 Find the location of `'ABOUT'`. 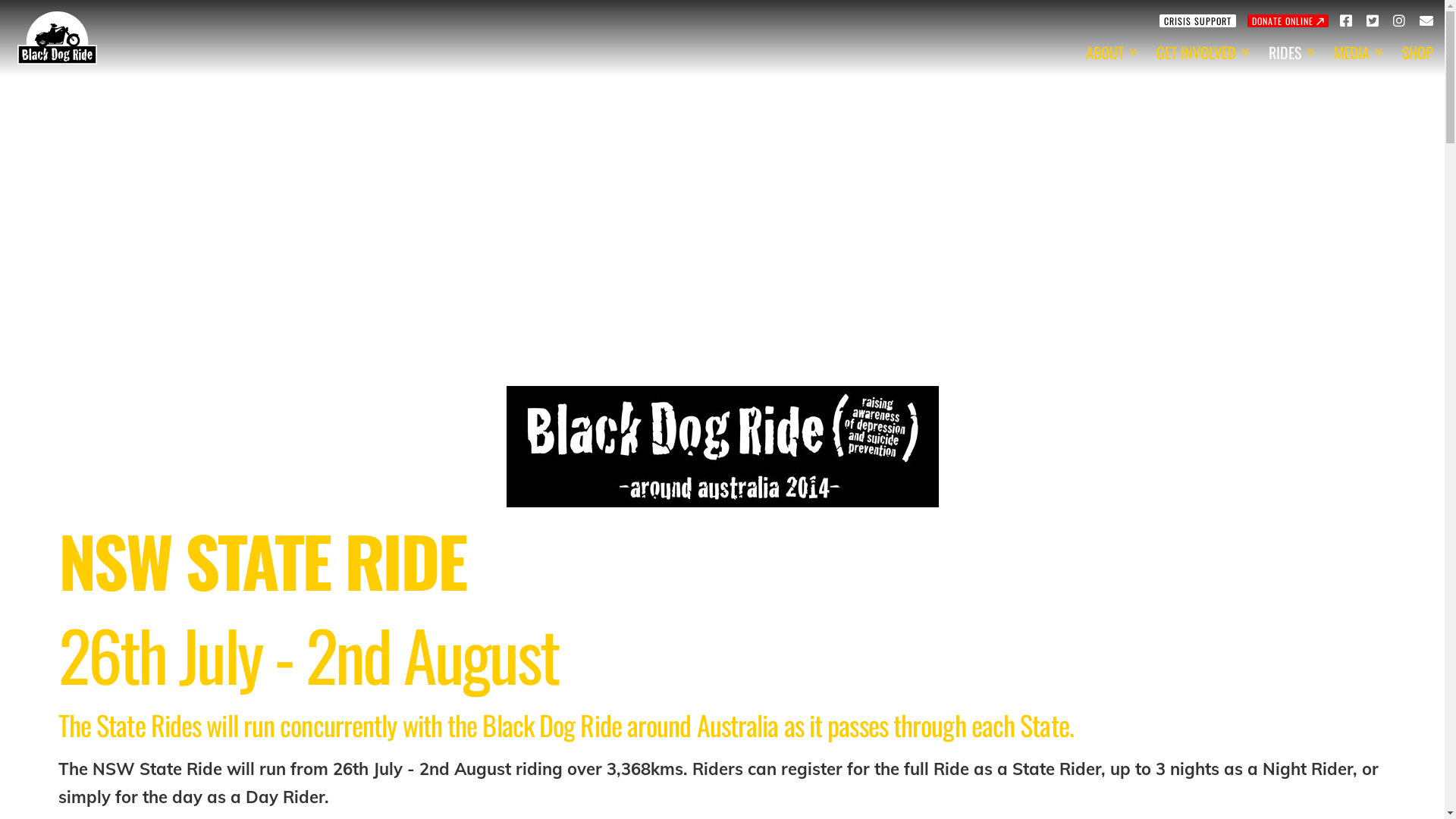

'ABOUT' is located at coordinates (1073, 52).